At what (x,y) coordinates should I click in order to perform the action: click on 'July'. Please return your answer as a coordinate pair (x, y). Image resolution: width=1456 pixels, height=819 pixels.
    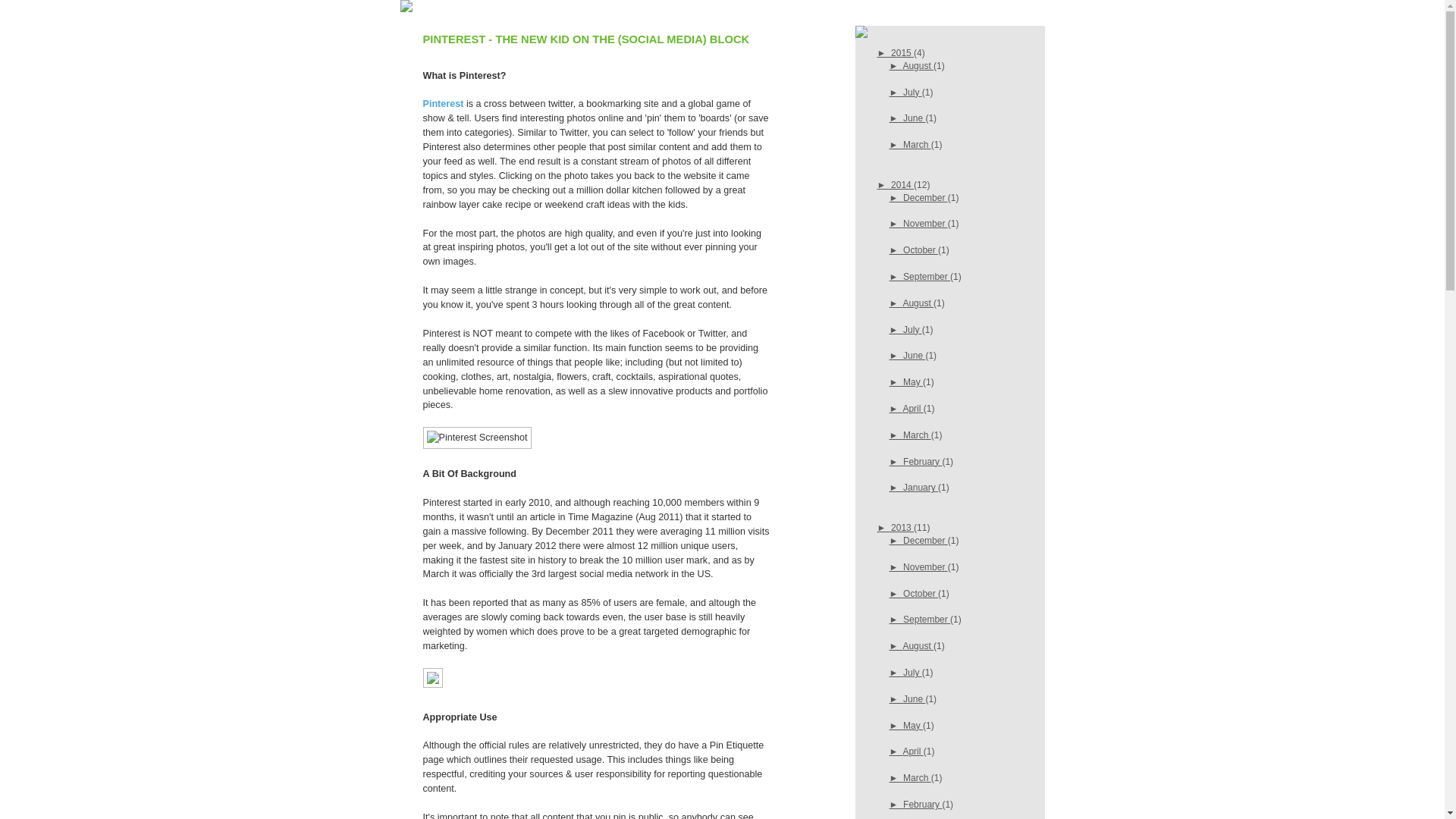
    Looking at the image, I should click on (912, 91).